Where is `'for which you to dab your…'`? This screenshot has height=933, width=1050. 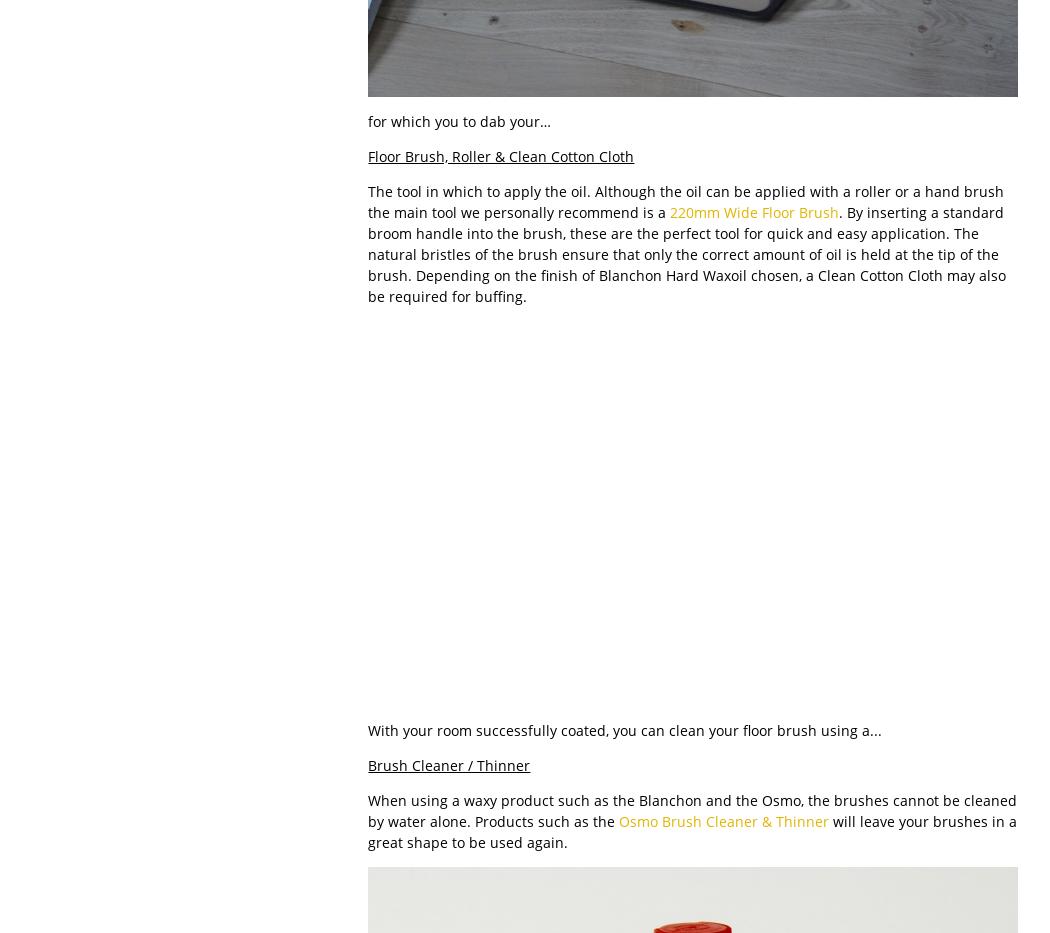 'for which you to dab your…' is located at coordinates (459, 120).